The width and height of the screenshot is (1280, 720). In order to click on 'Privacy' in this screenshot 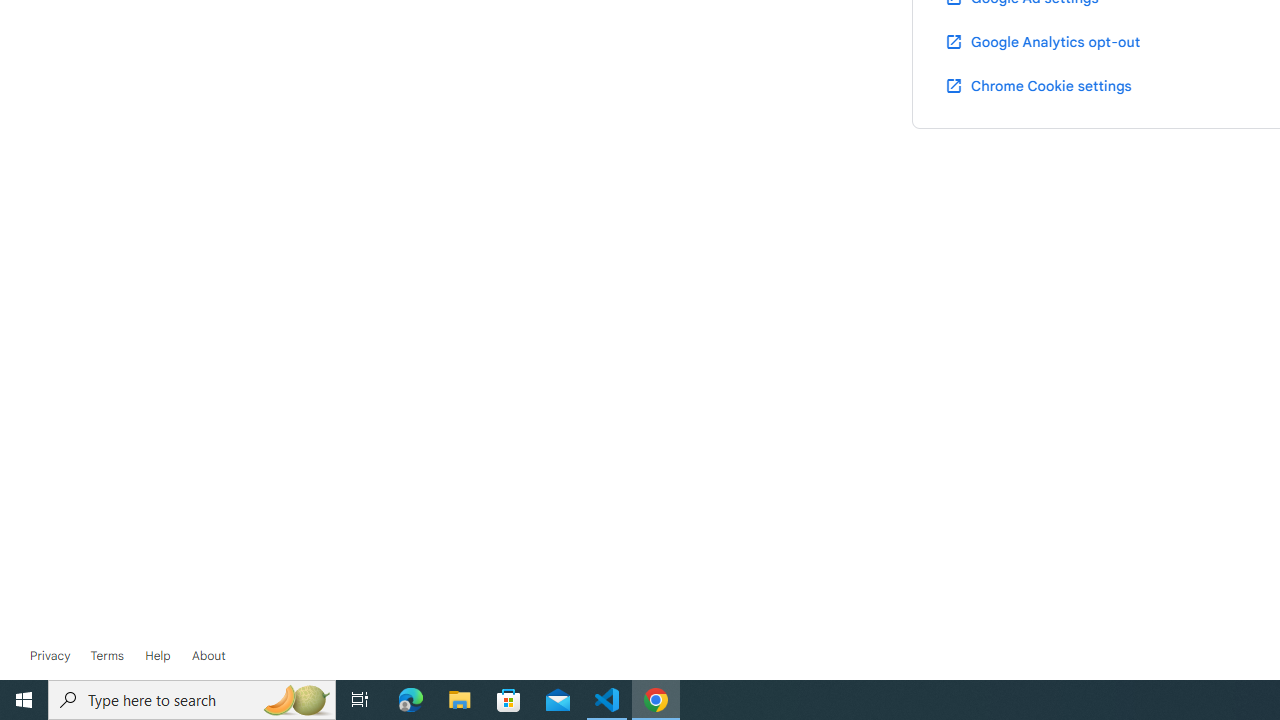, I will do `click(50, 655)`.